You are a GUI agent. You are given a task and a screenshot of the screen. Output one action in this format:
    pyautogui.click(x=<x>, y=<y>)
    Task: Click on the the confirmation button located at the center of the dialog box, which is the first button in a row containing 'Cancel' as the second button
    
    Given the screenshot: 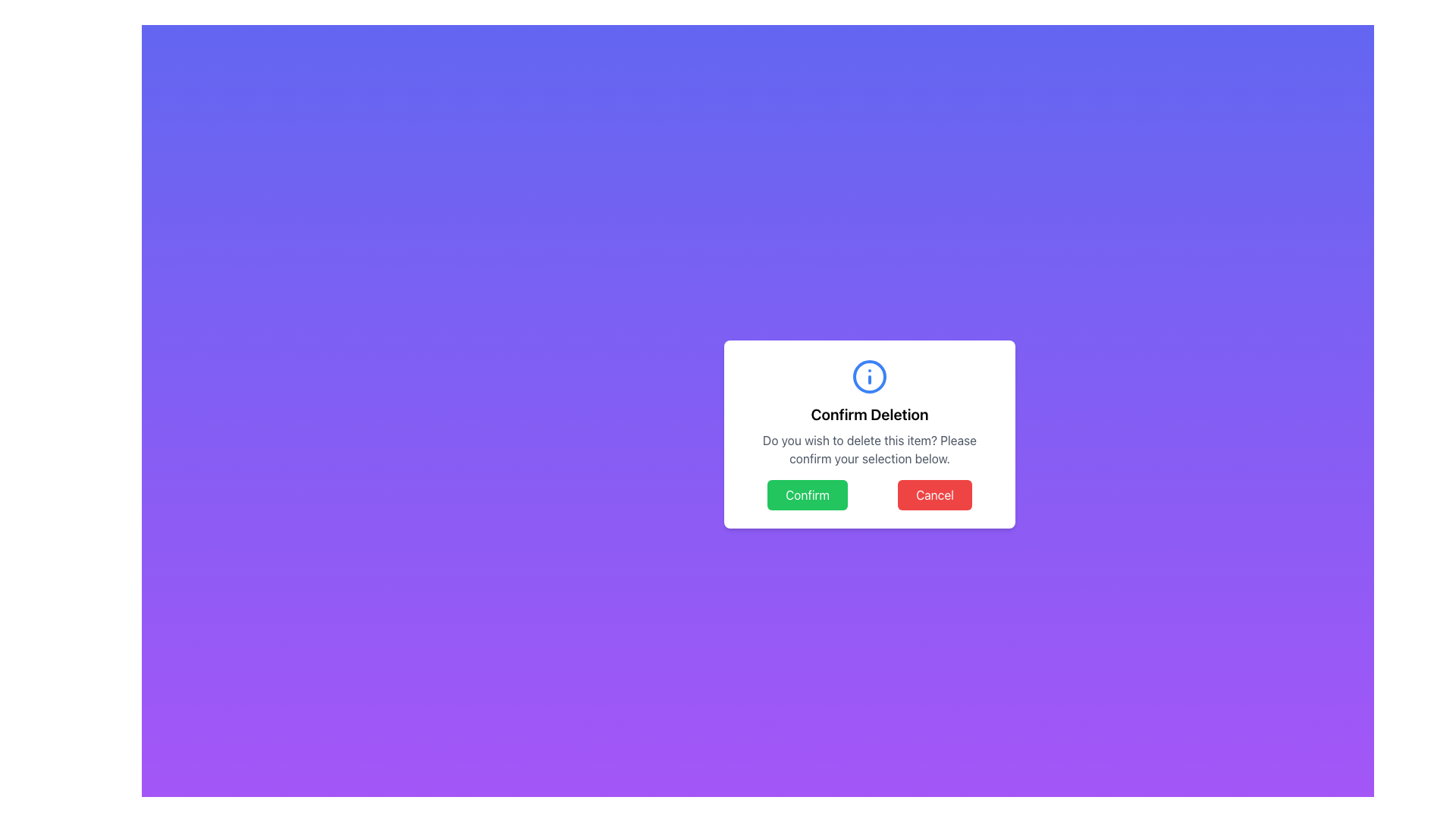 What is the action you would take?
    pyautogui.click(x=807, y=494)
    